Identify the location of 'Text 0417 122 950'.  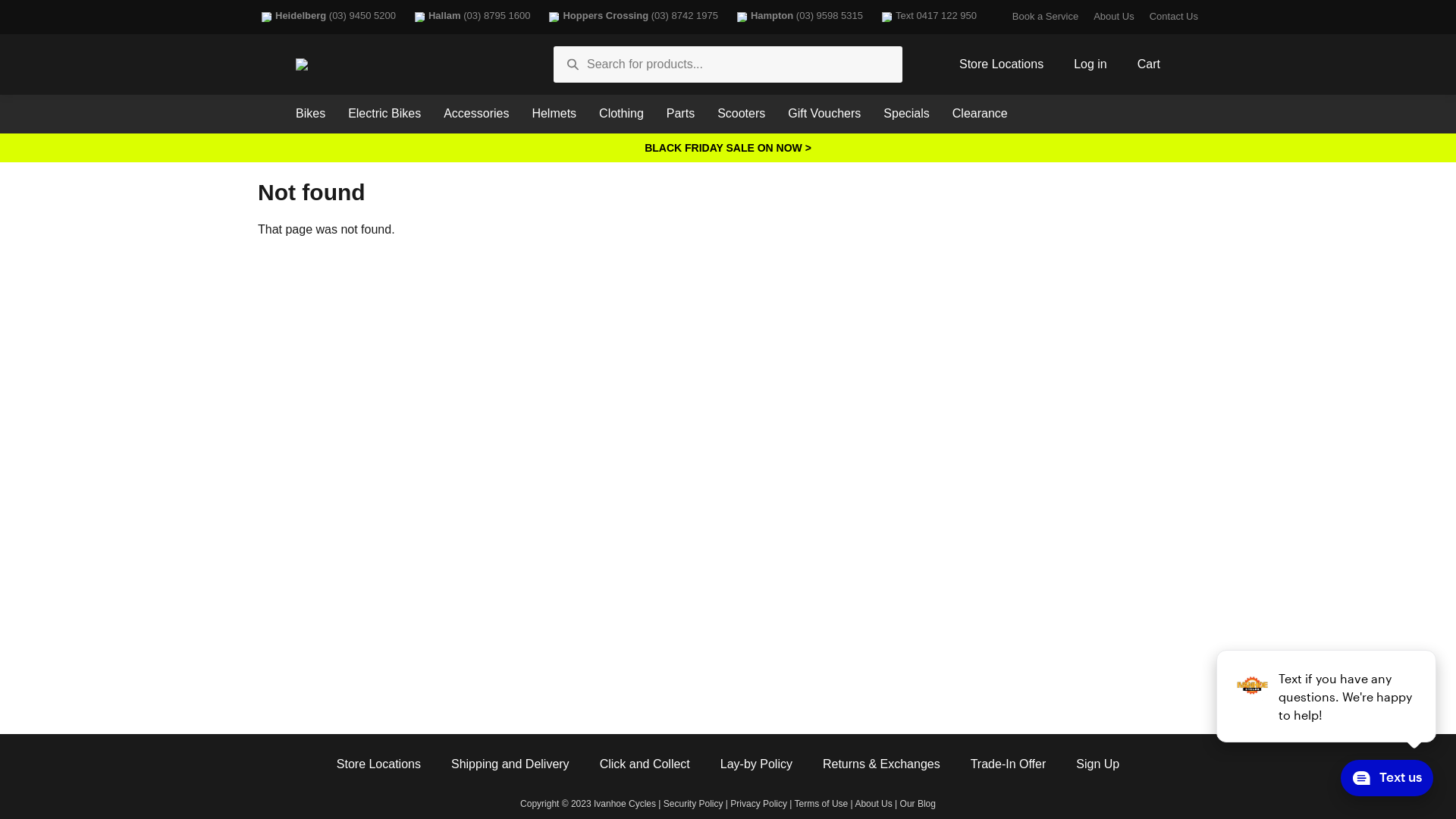
(877, 17).